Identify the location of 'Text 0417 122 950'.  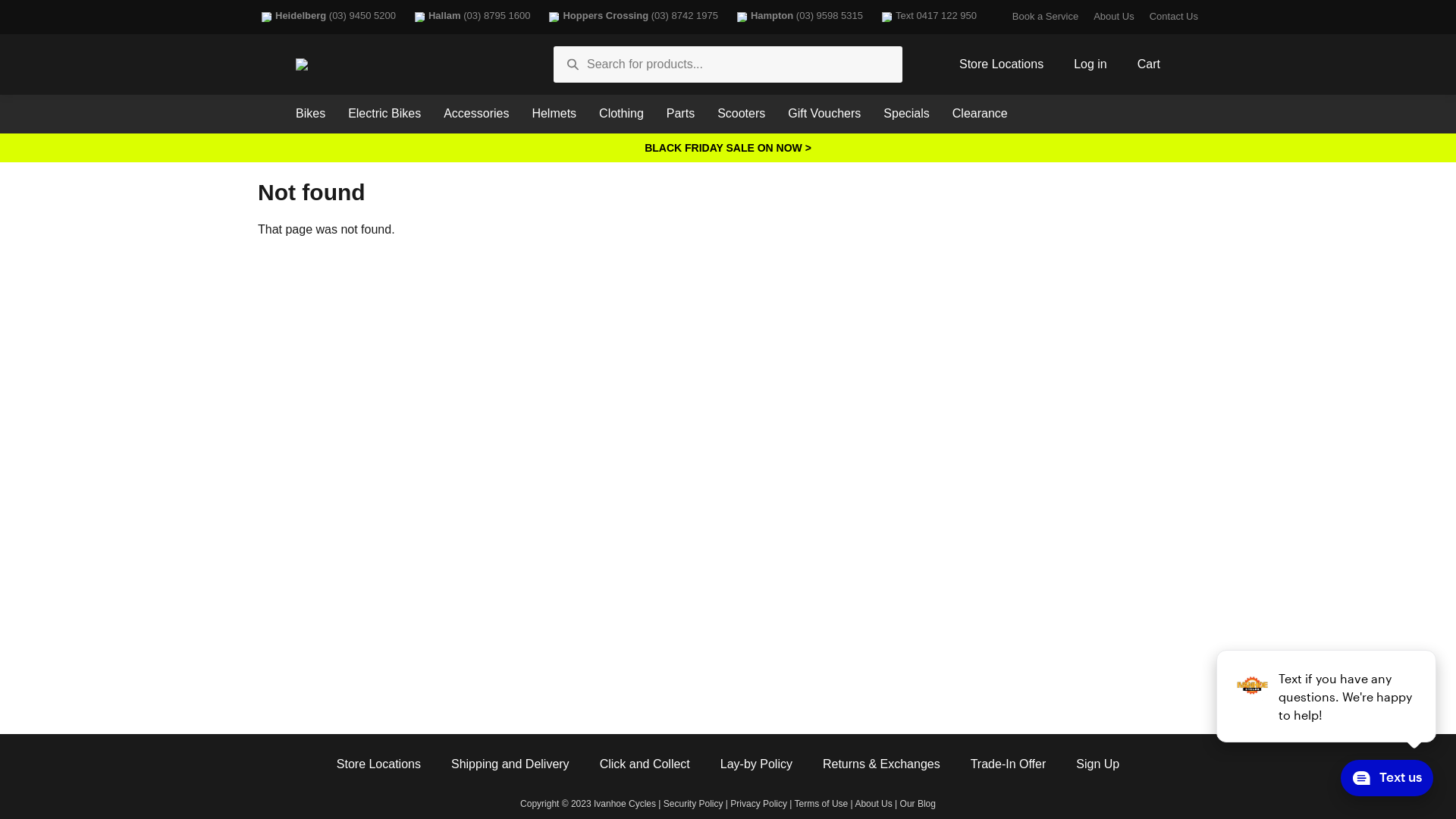
(877, 17).